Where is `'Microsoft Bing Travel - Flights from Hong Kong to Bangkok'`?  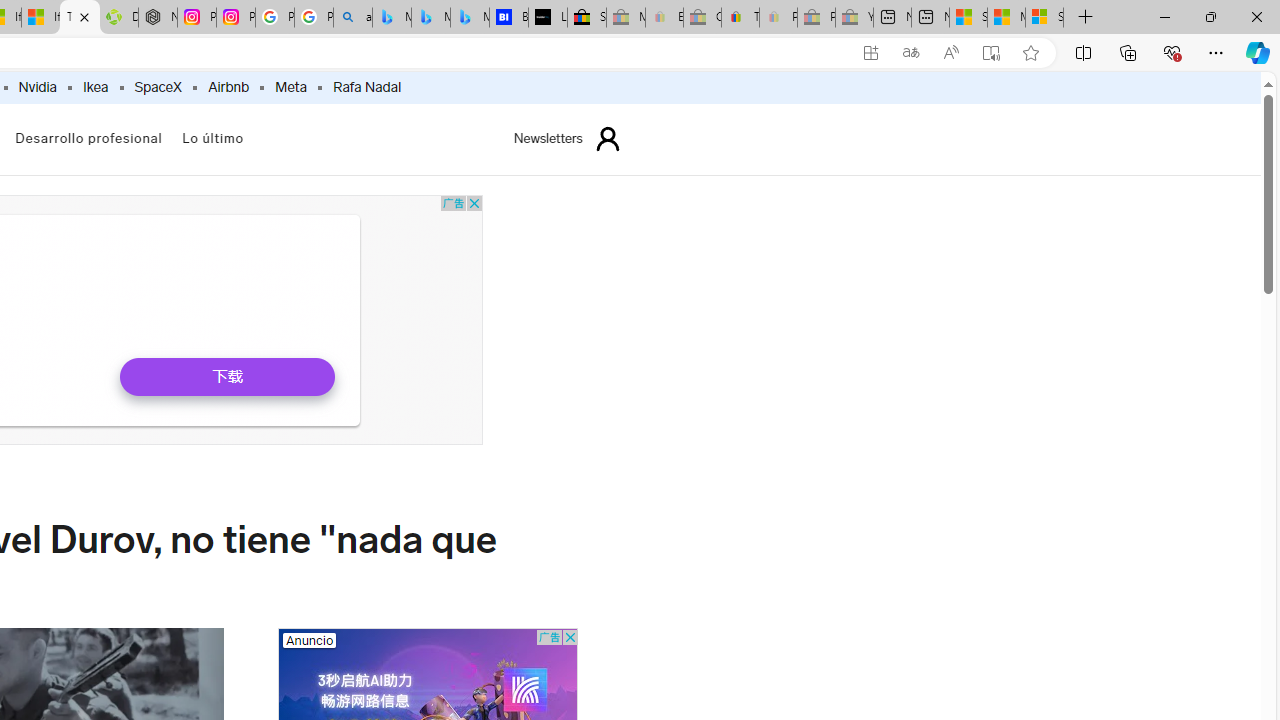 'Microsoft Bing Travel - Flights from Hong Kong to Bangkok' is located at coordinates (391, 17).